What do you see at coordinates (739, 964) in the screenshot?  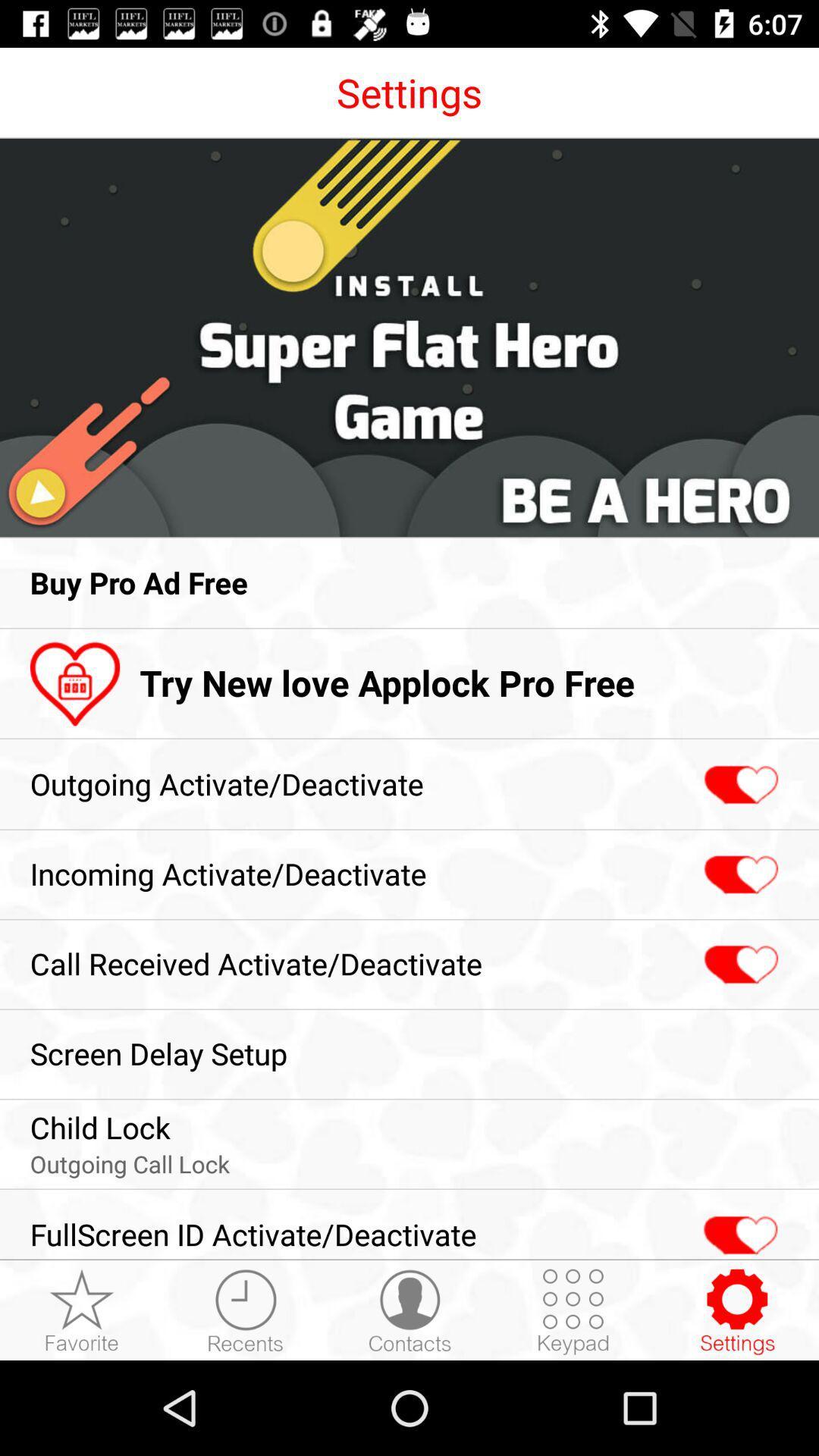 I see `the icon to the right of the call received activate` at bounding box center [739, 964].